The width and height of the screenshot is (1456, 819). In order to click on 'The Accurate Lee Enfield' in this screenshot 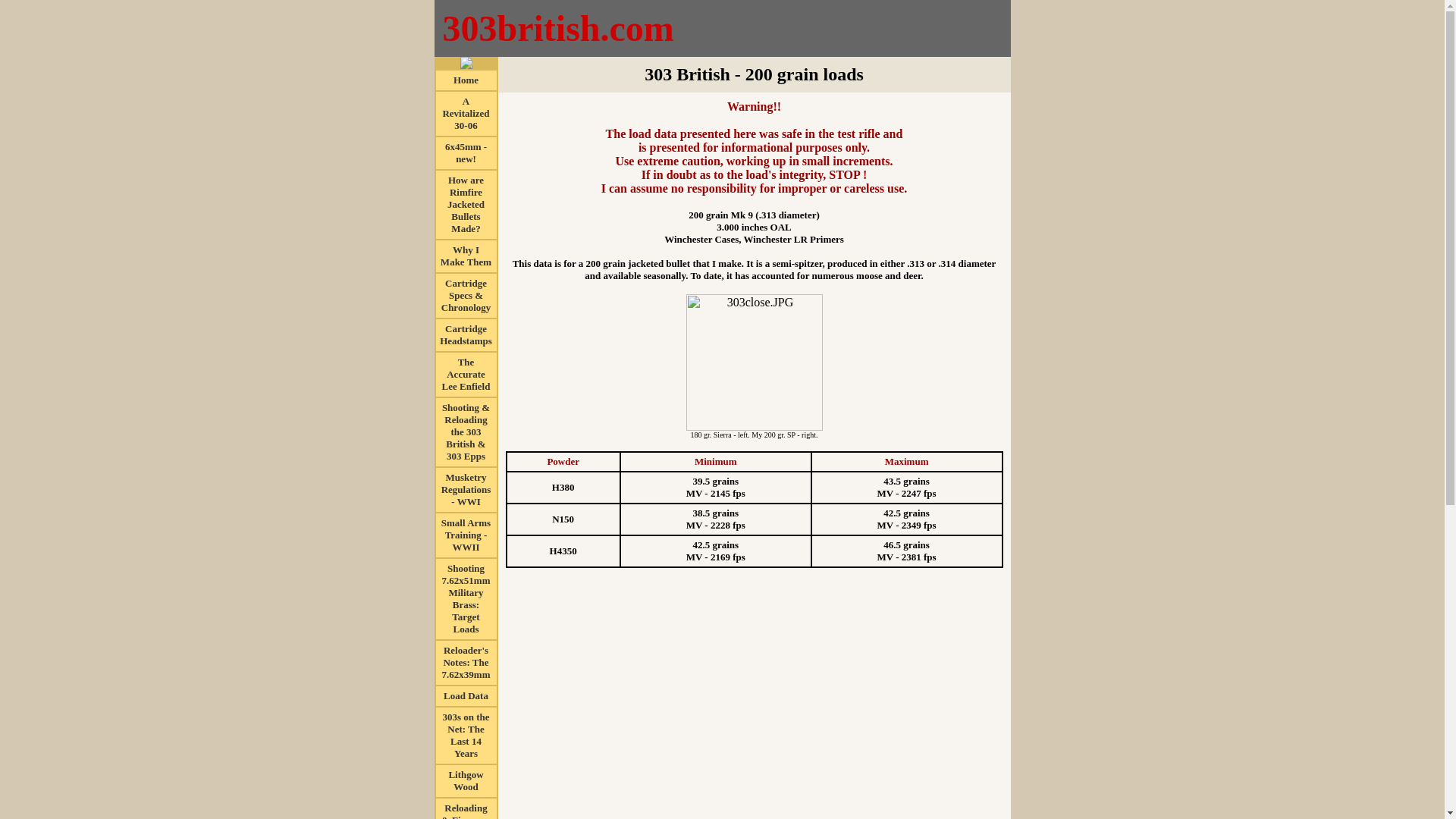, I will do `click(465, 373)`.